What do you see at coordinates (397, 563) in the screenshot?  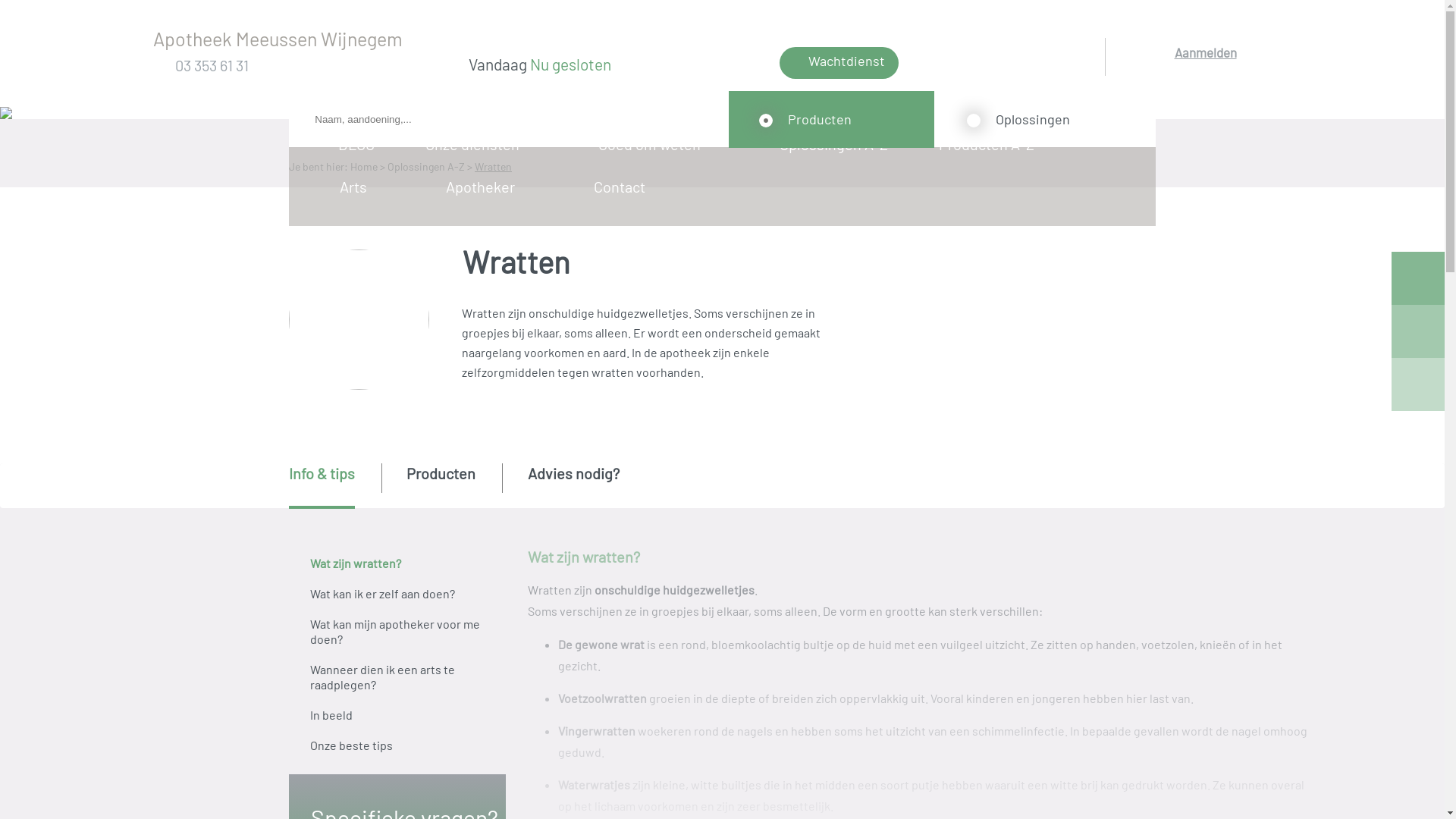 I see `'Wat zijn wratten?'` at bounding box center [397, 563].